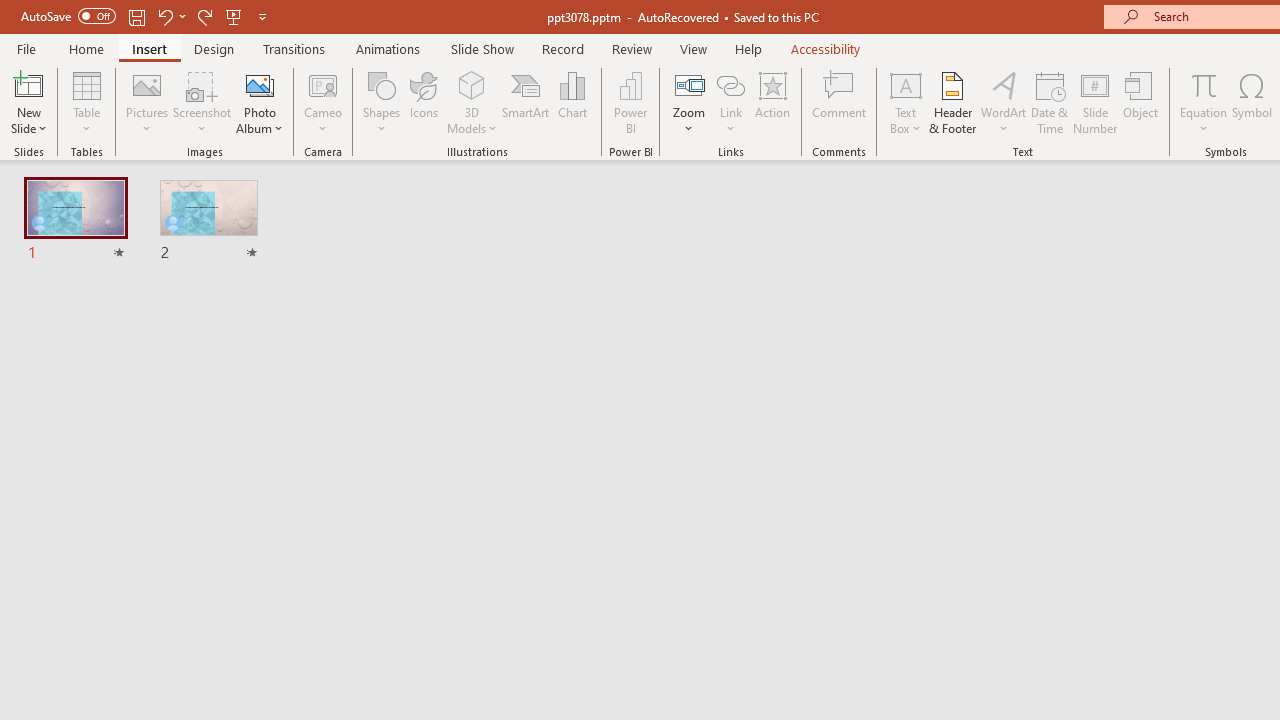 The height and width of the screenshot is (720, 1280). Describe the element at coordinates (144, 16) in the screenshot. I see `'Quick Access Toolbar'` at that location.